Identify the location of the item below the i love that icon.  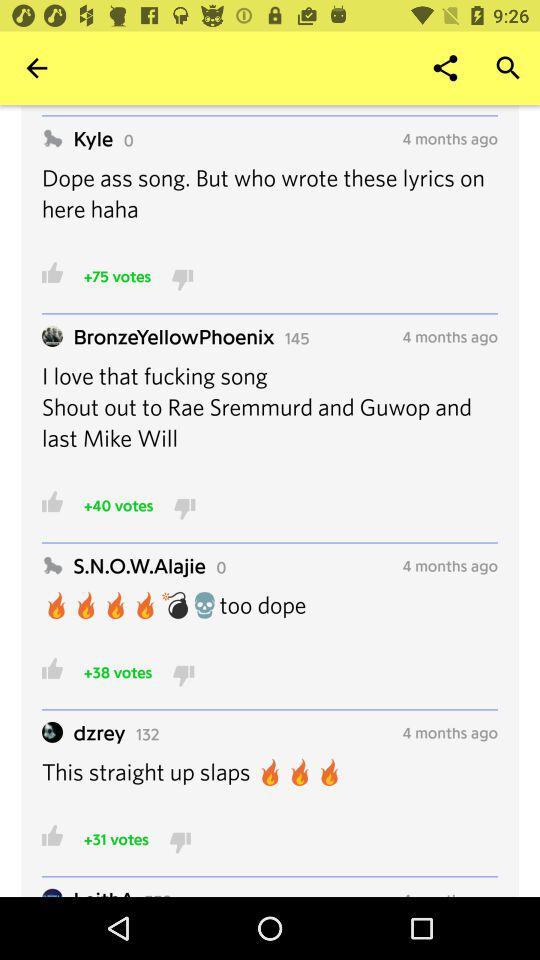
(118, 504).